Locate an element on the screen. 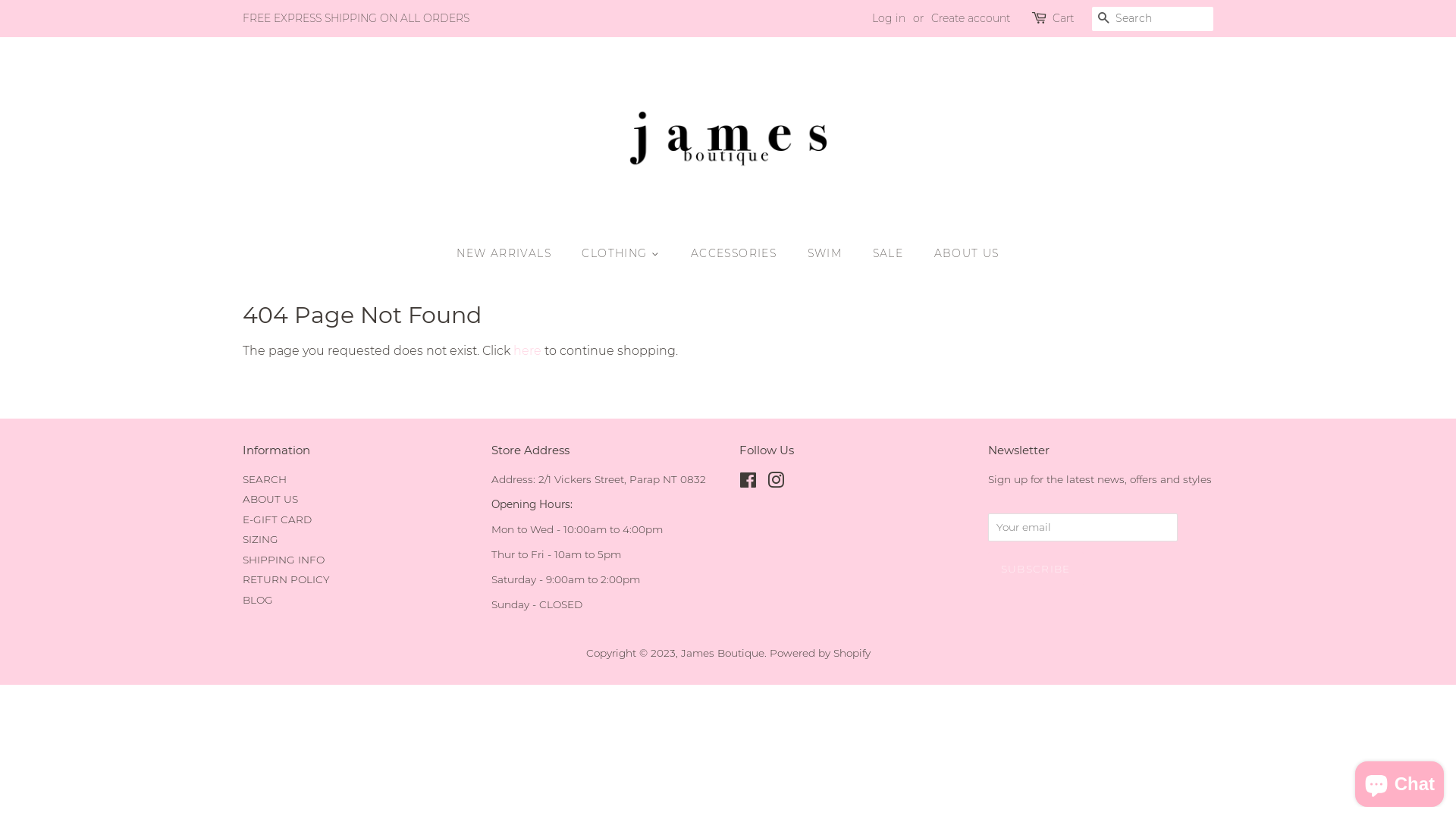  'SIZING' is located at coordinates (260, 538).